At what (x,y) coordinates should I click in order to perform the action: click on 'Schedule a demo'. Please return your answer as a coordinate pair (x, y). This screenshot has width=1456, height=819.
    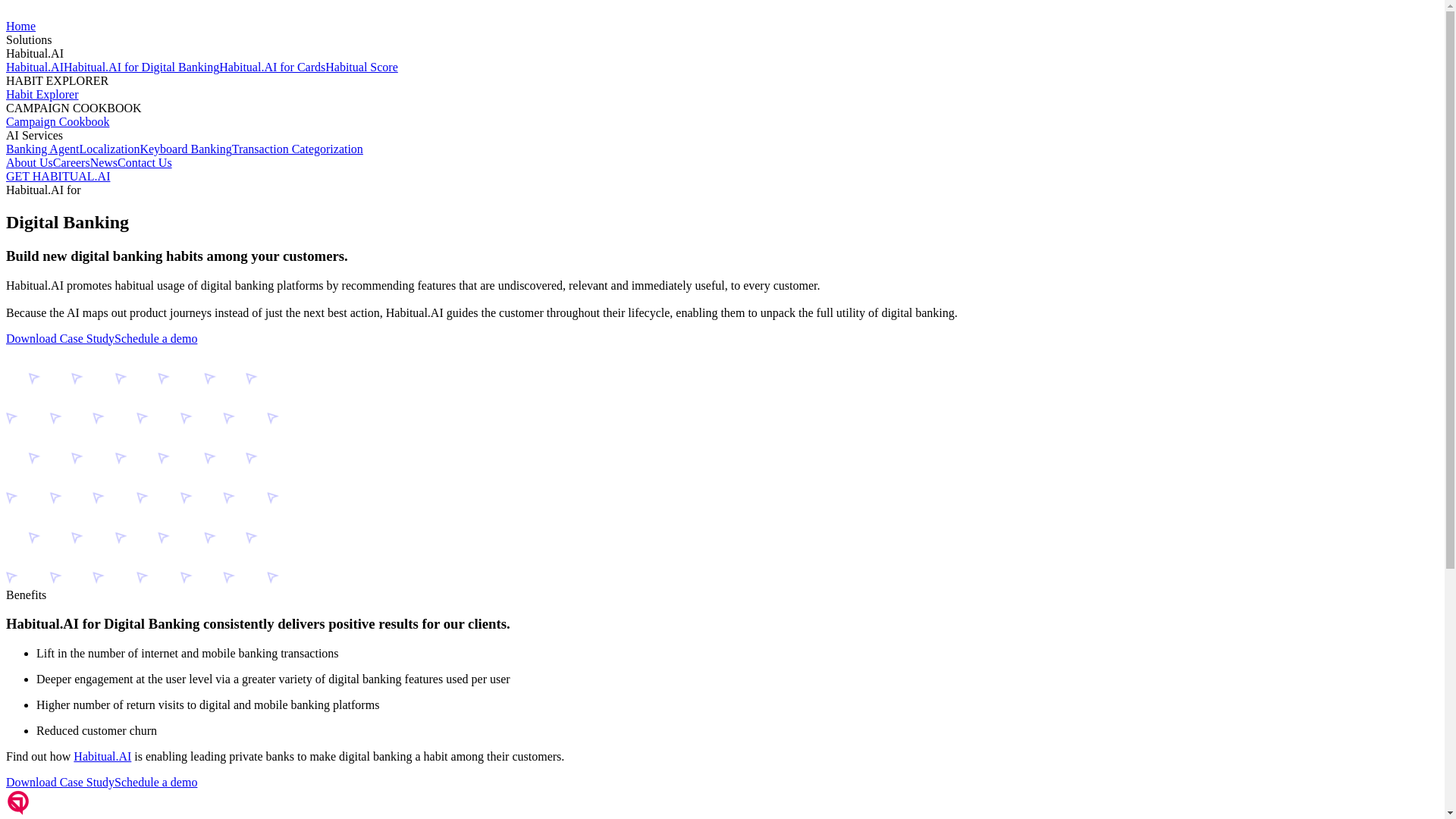
    Looking at the image, I should click on (113, 782).